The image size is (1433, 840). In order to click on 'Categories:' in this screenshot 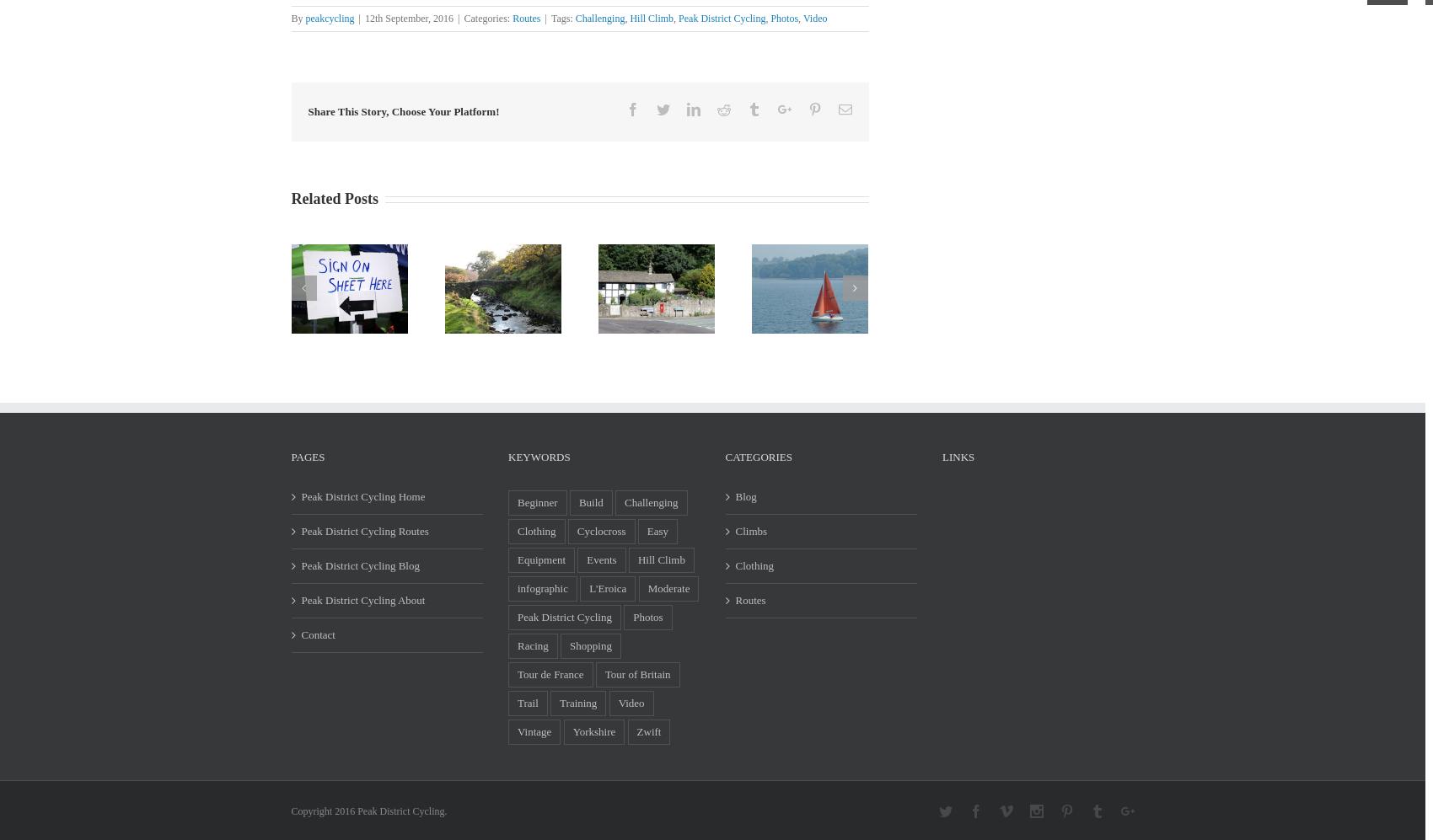, I will do `click(487, 19)`.